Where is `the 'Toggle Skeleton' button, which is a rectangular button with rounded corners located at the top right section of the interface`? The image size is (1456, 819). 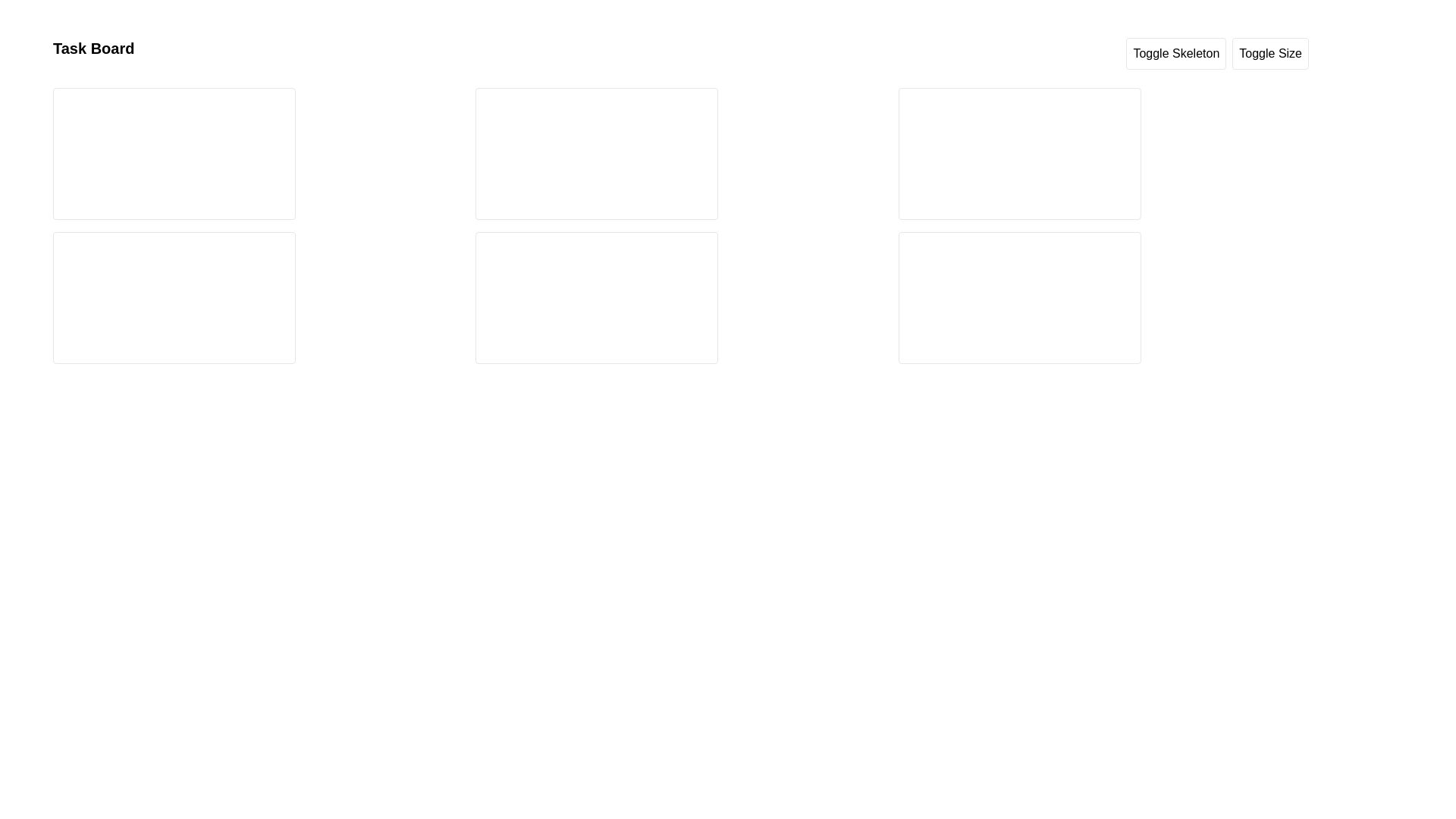
the 'Toggle Skeleton' button, which is a rectangular button with rounded corners located at the top right section of the interface is located at coordinates (1175, 52).